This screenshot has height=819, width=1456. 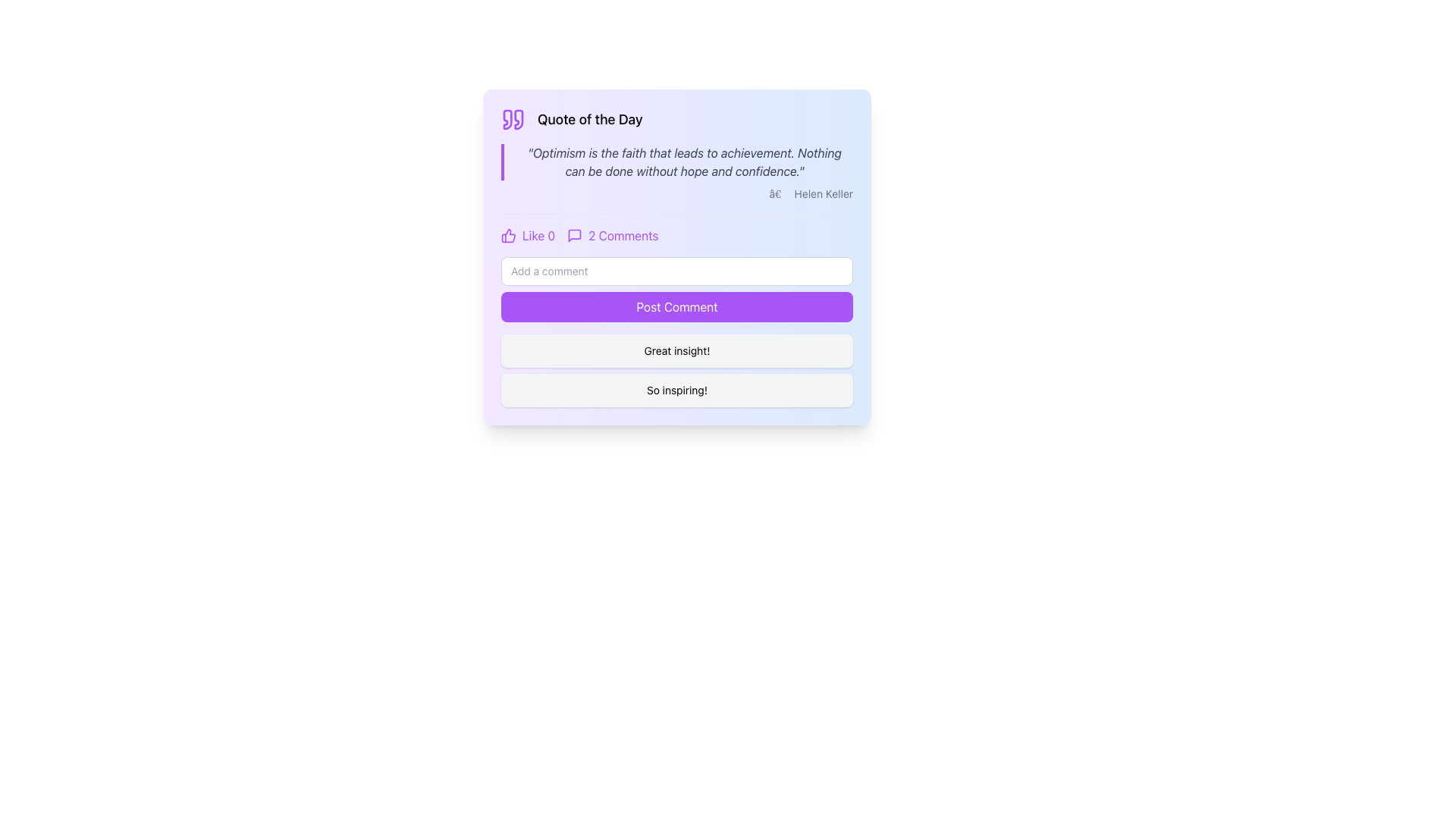 What do you see at coordinates (676, 229) in the screenshot?
I see `the 'Like' button within the interactive components of the 'Quote of the Day' card` at bounding box center [676, 229].